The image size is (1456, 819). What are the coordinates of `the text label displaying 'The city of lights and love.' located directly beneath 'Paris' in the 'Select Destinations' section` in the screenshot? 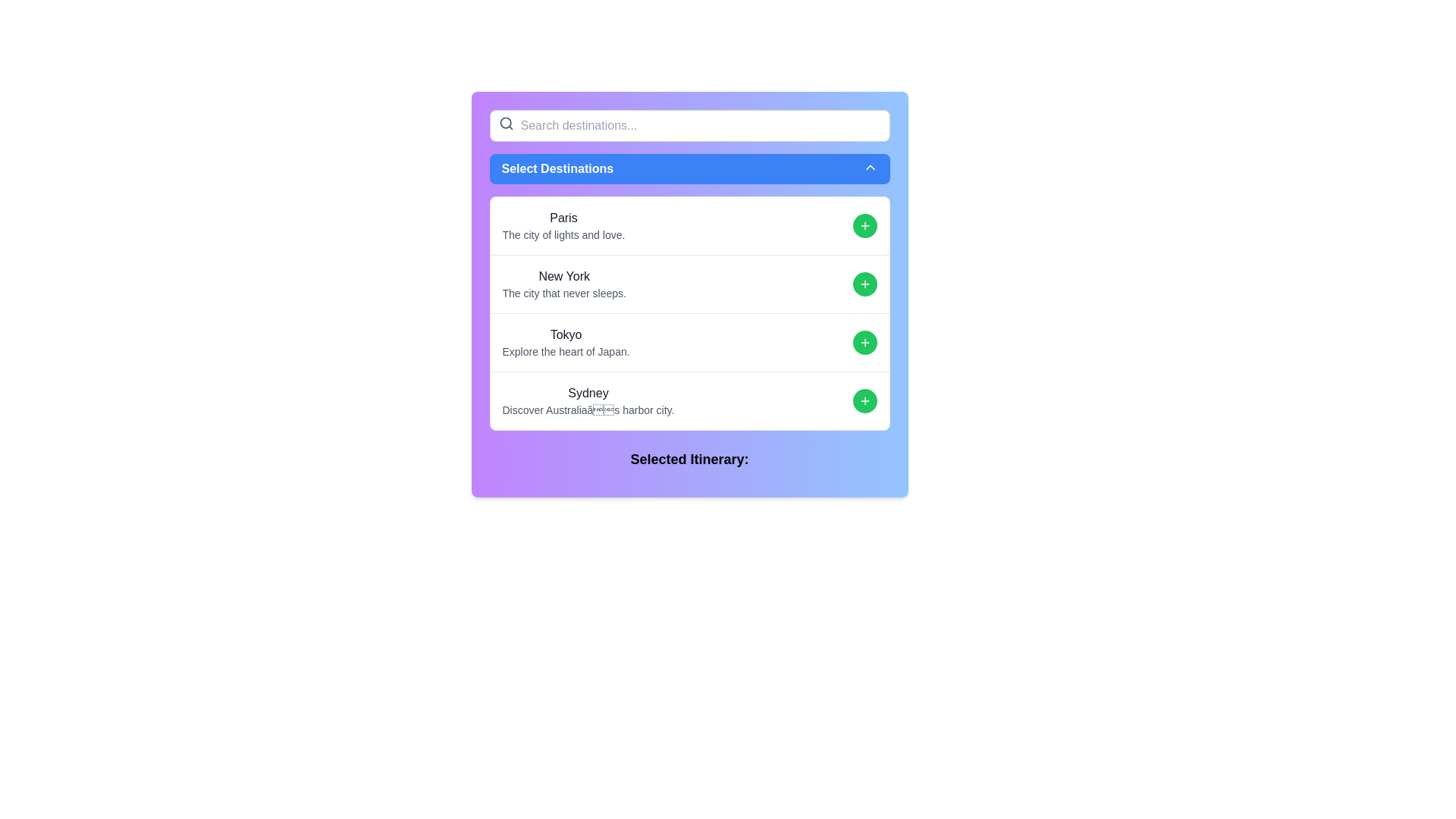 It's located at (563, 234).